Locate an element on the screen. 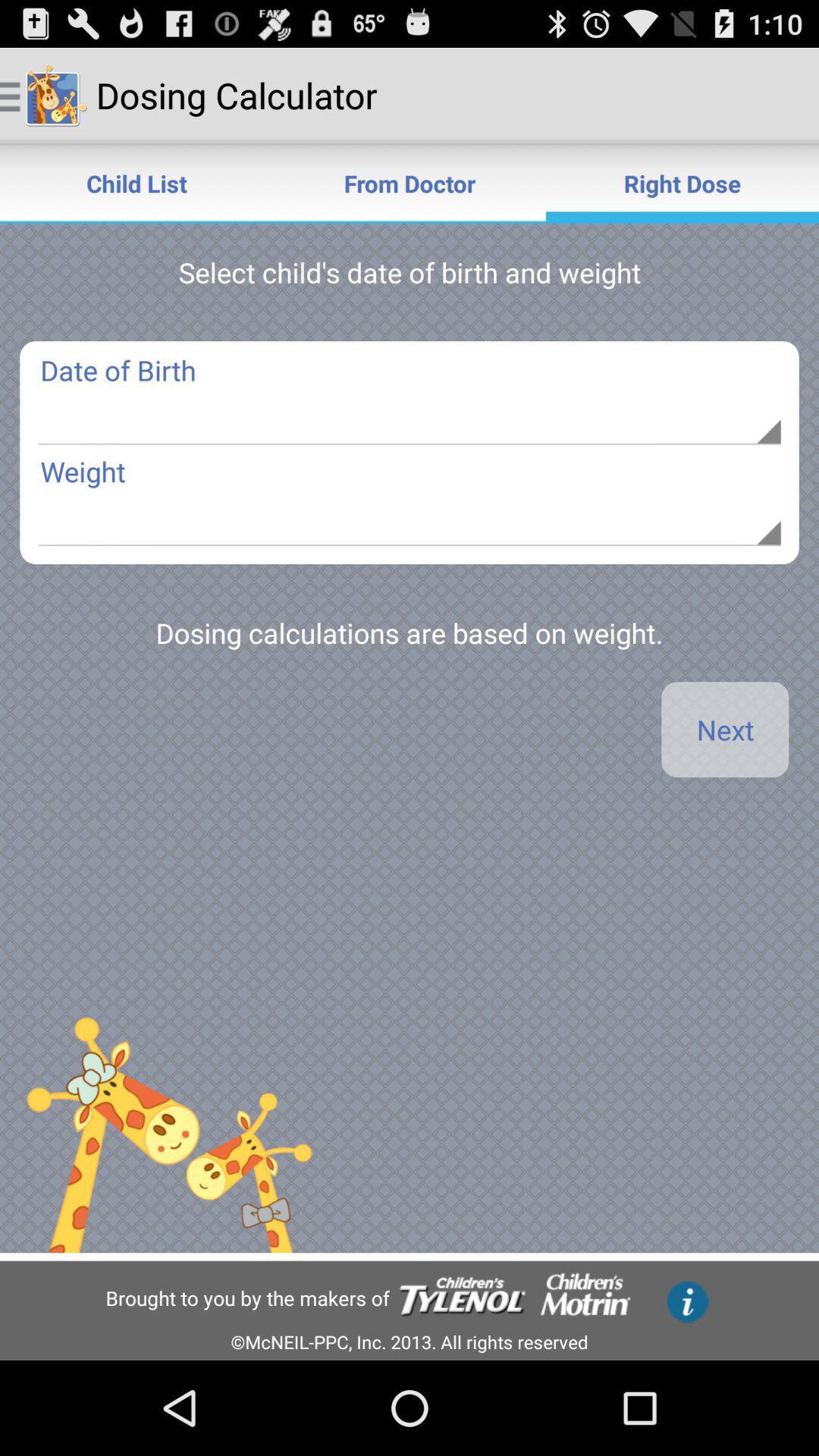 This screenshot has width=819, height=1456. icon next to the right dose icon is located at coordinates (409, 182).